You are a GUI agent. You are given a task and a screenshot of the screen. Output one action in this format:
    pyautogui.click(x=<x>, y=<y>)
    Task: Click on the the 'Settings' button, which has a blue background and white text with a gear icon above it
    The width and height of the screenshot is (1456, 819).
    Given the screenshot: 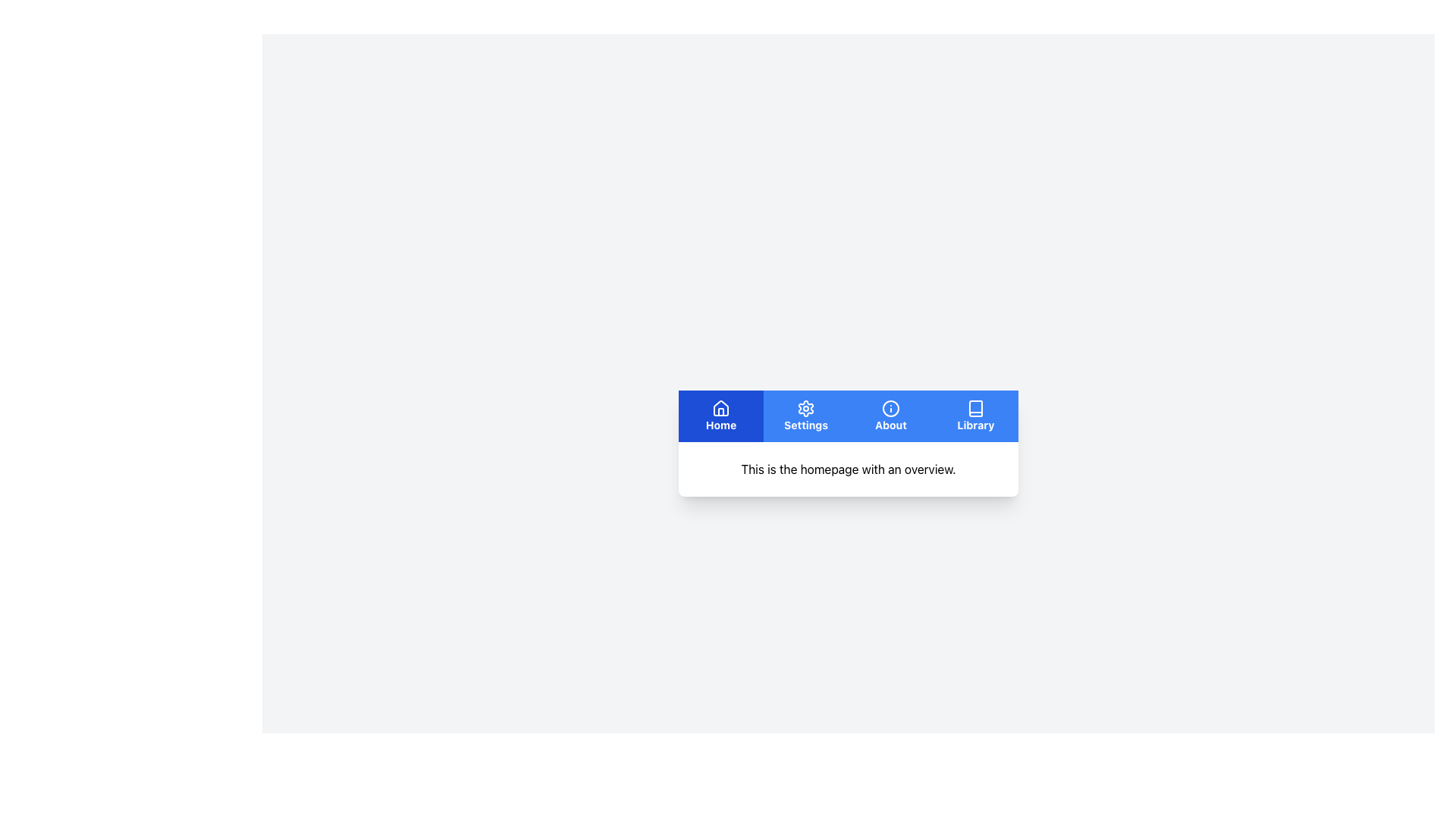 What is the action you would take?
    pyautogui.click(x=805, y=416)
    